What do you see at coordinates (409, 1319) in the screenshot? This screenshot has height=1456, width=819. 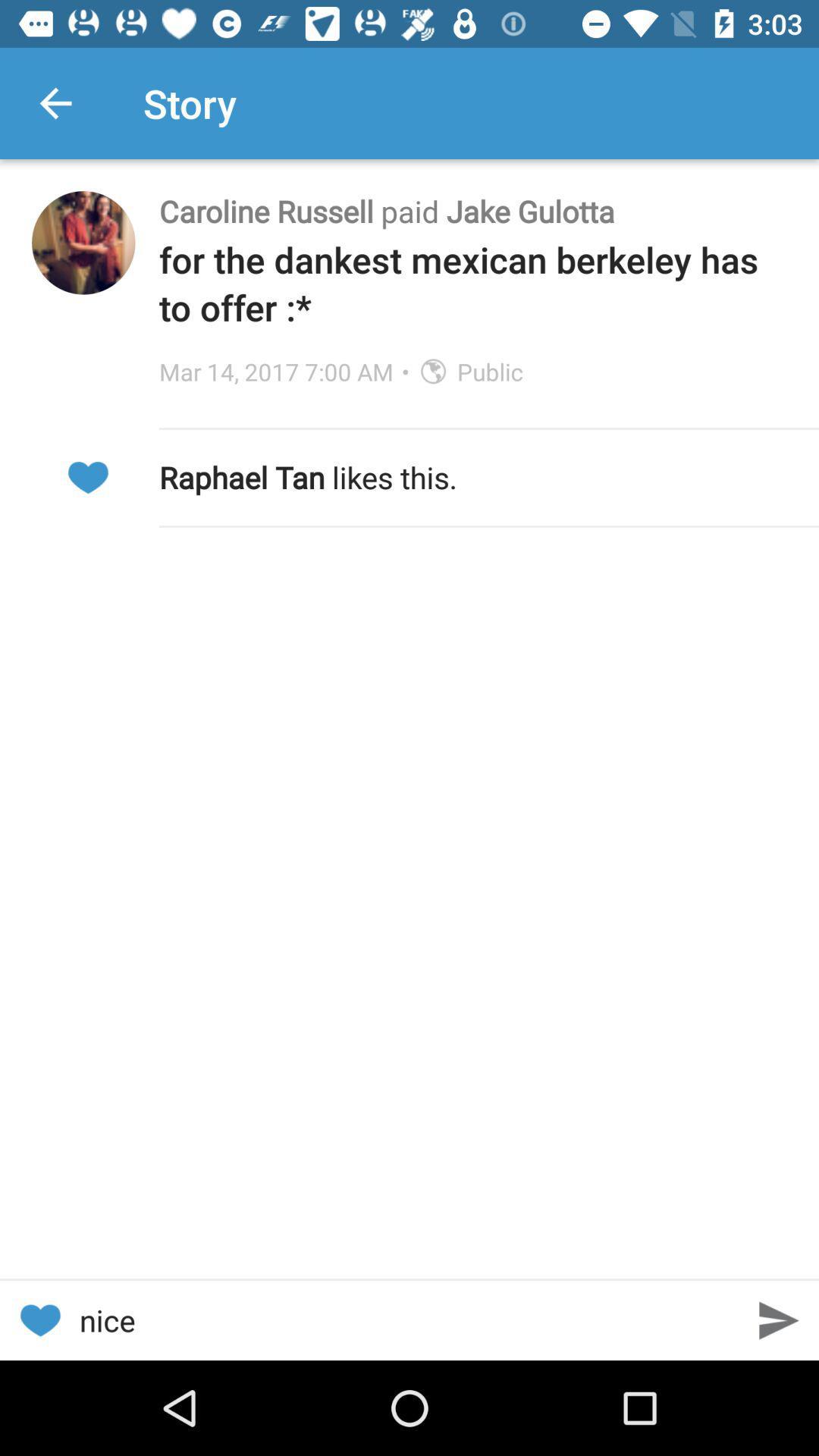 I see `nice icon` at bounding box center [409, 1319].